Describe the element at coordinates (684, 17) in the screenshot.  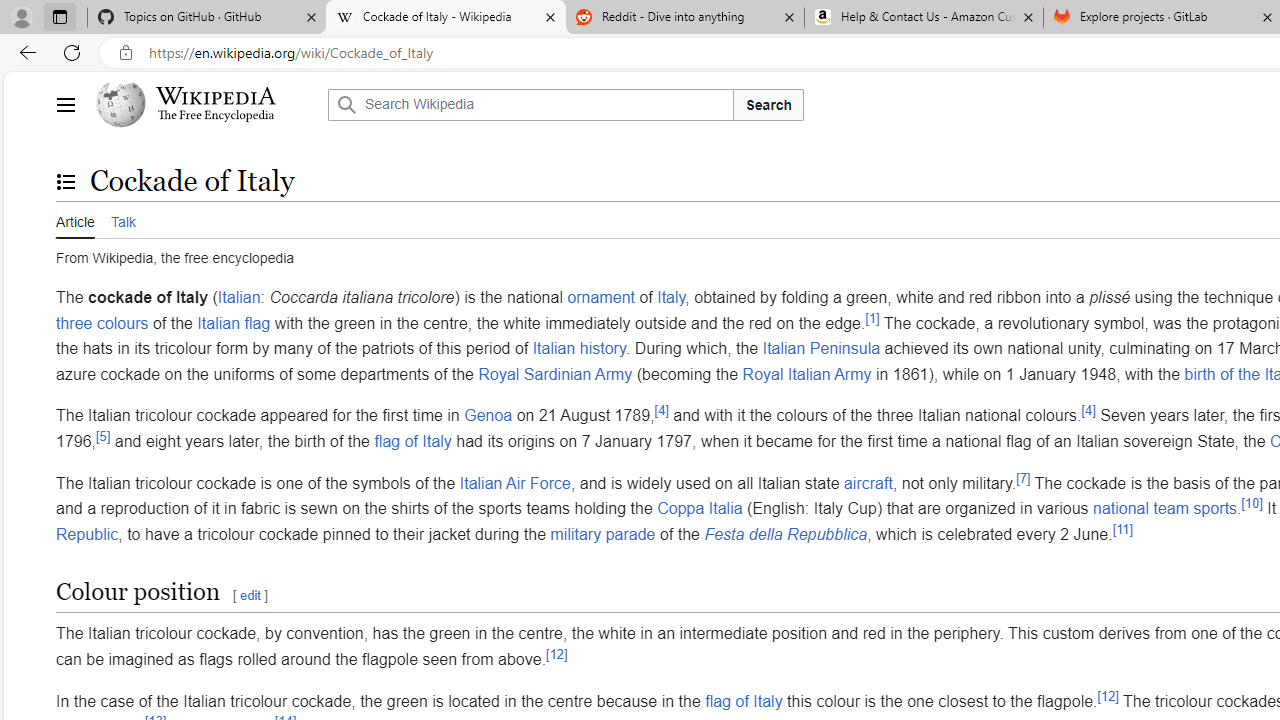
I see `'Reddit - Dive into anything'` at that location.